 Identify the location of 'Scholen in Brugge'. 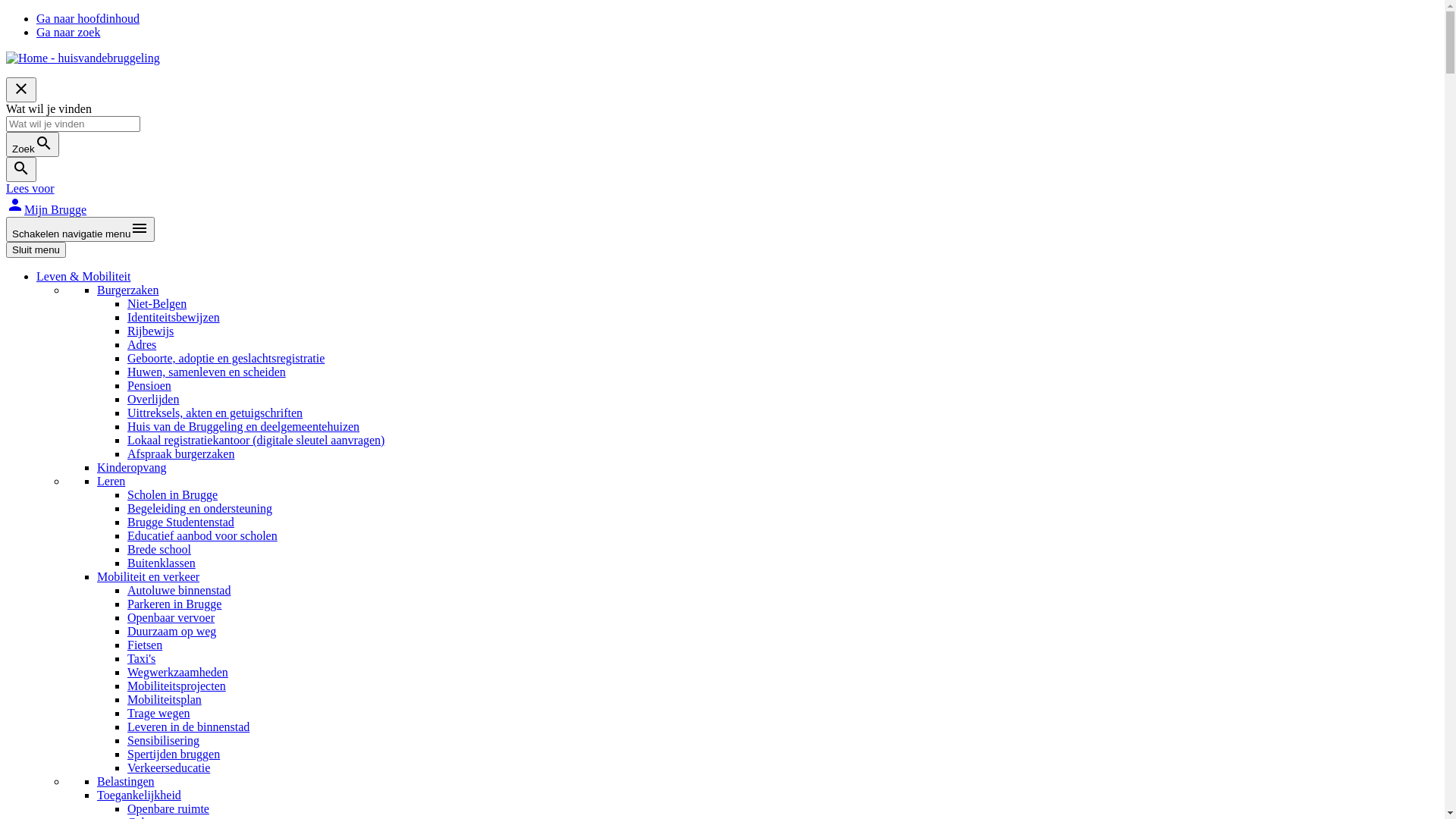
(172, 494).